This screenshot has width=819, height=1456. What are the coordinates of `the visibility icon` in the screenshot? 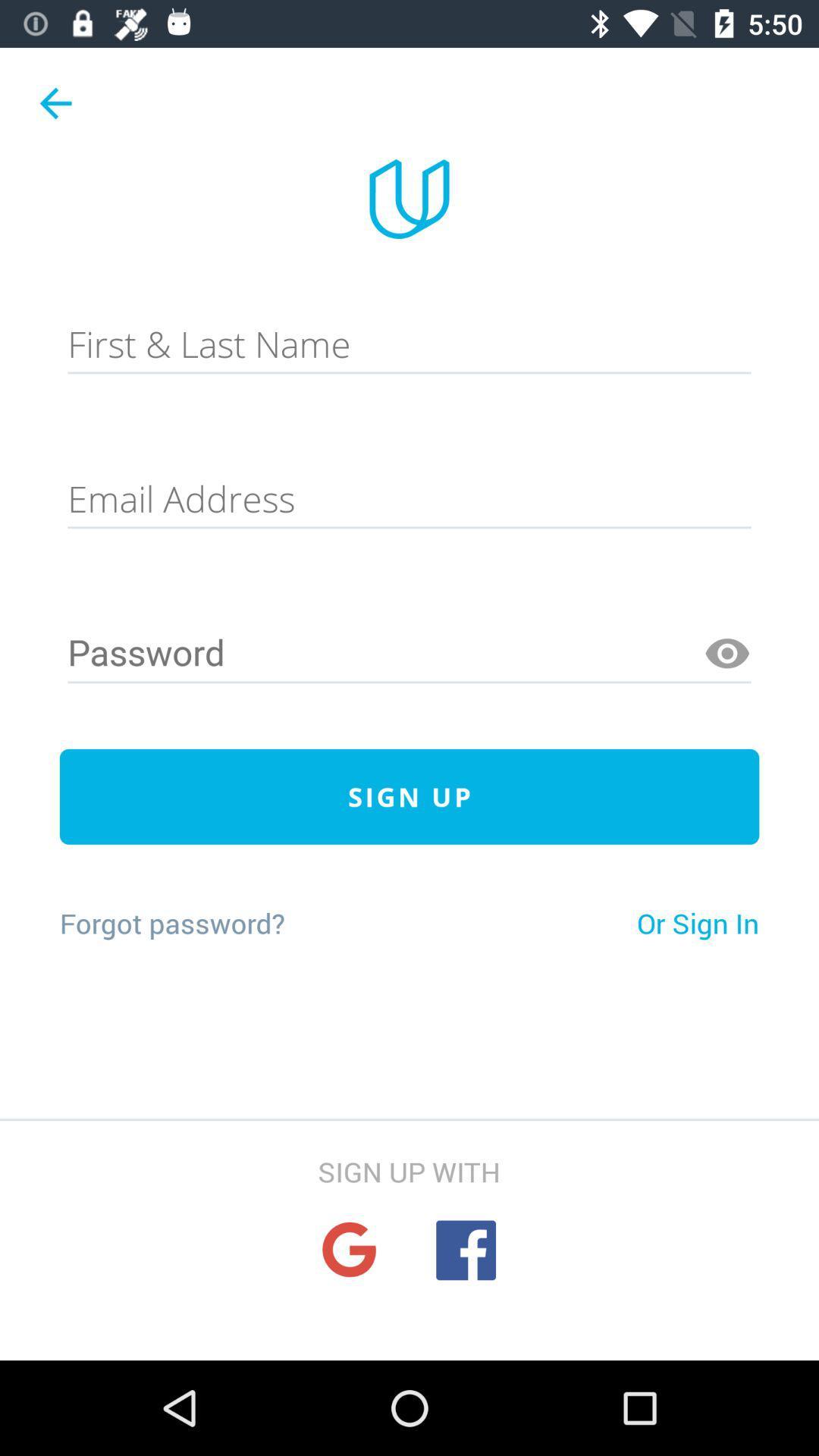 It's located at (726, 654).